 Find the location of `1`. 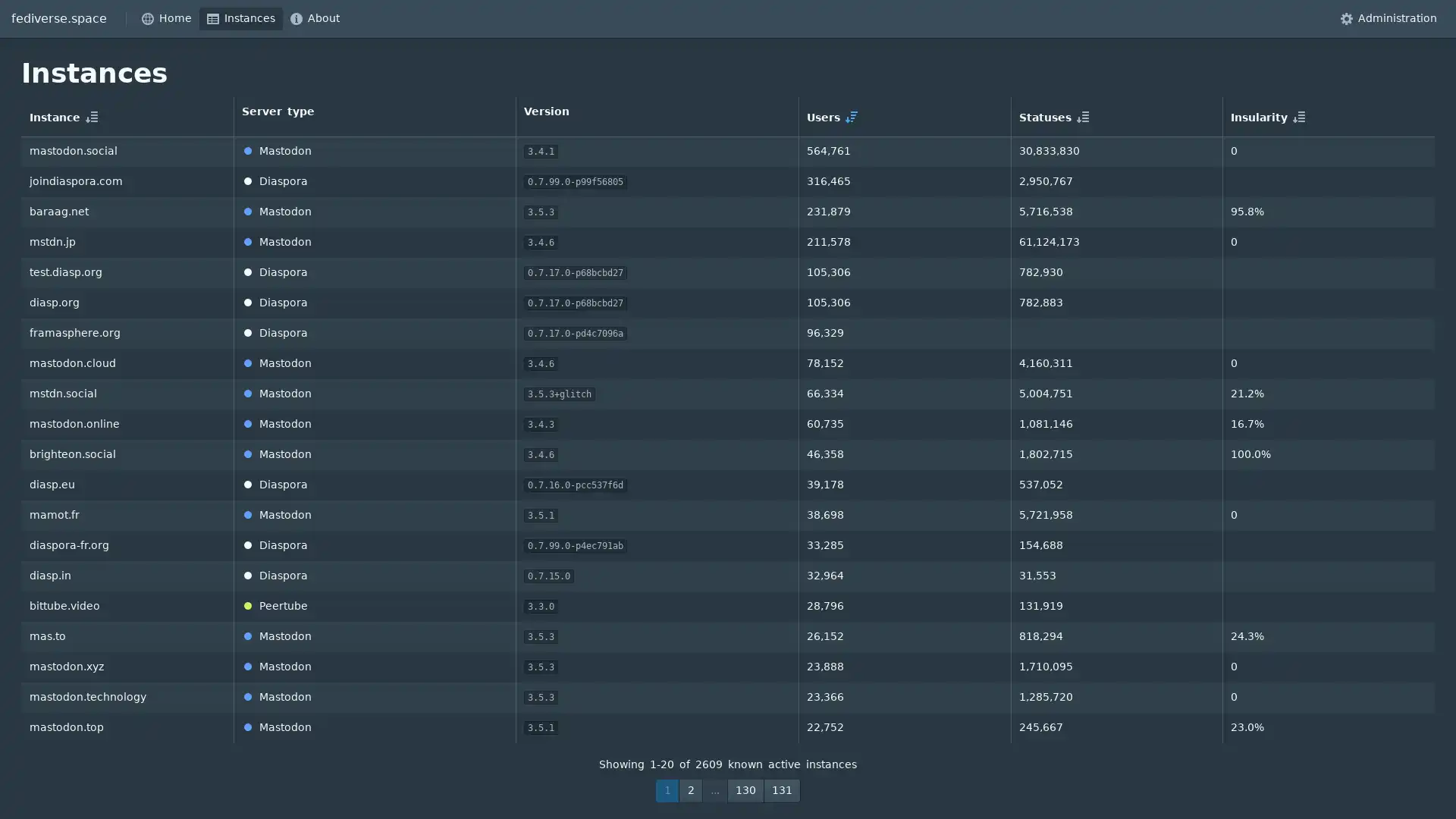

1 is located at coordinates (667, 789).